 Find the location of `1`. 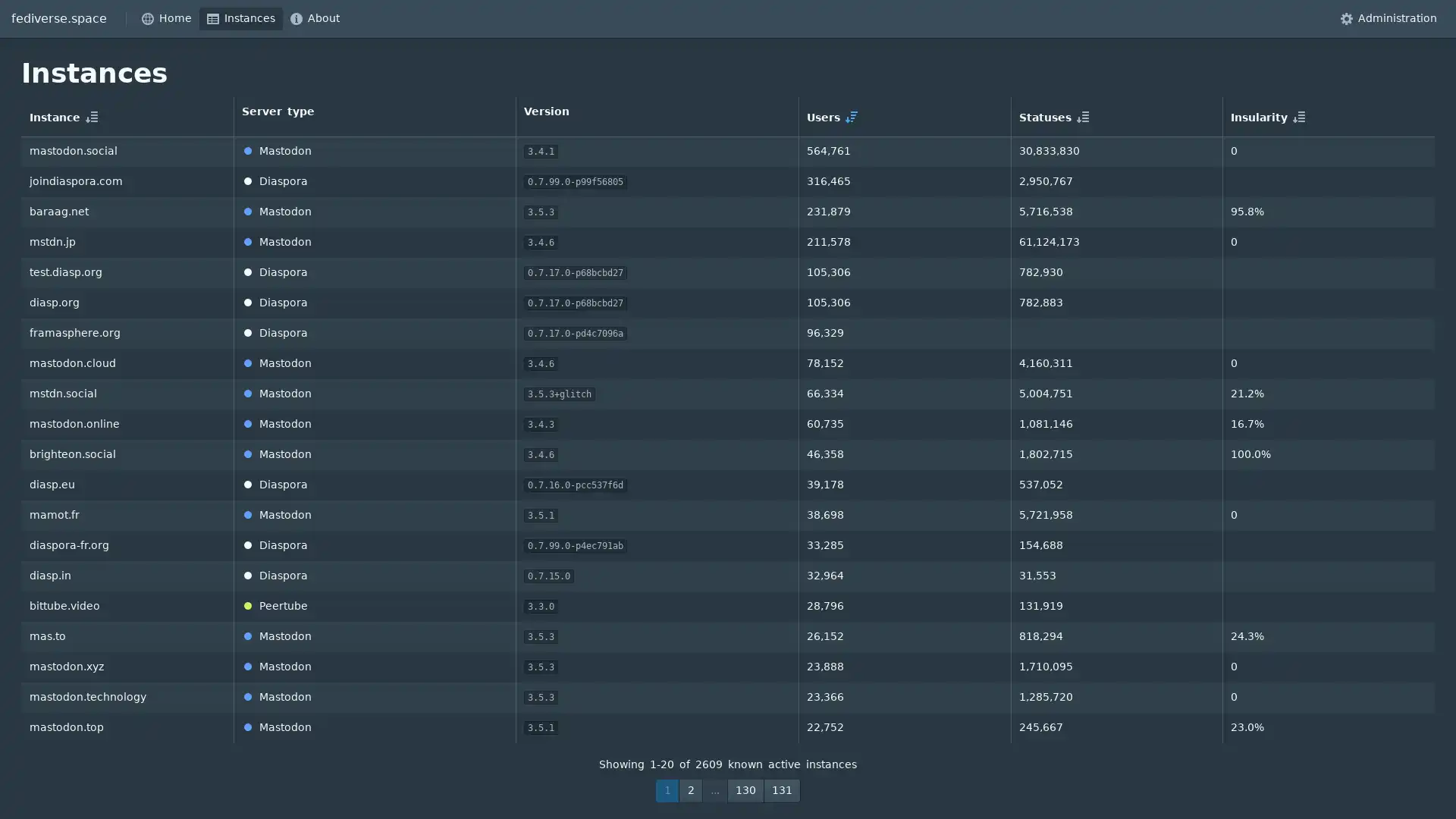

1 is located at coordinates (667, 789).